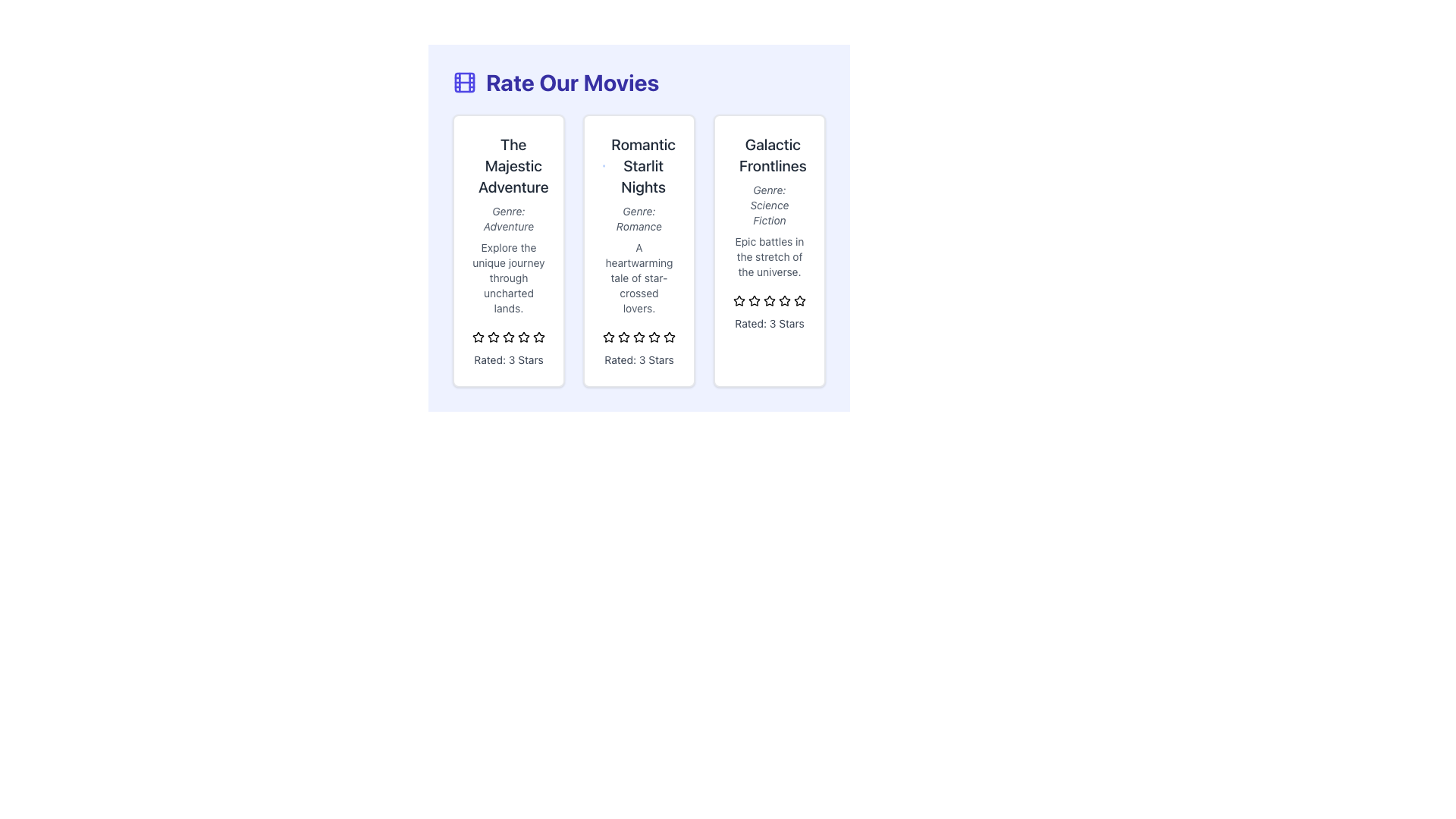 The image size is (1456, 819). What do you see at coordinates (799, 301) in the screenshot?
I see `the inactive star icon (sixth in the sequence) in the movie rating card titled 'Galactic Frontlines'` at bounding box center [799, 301].